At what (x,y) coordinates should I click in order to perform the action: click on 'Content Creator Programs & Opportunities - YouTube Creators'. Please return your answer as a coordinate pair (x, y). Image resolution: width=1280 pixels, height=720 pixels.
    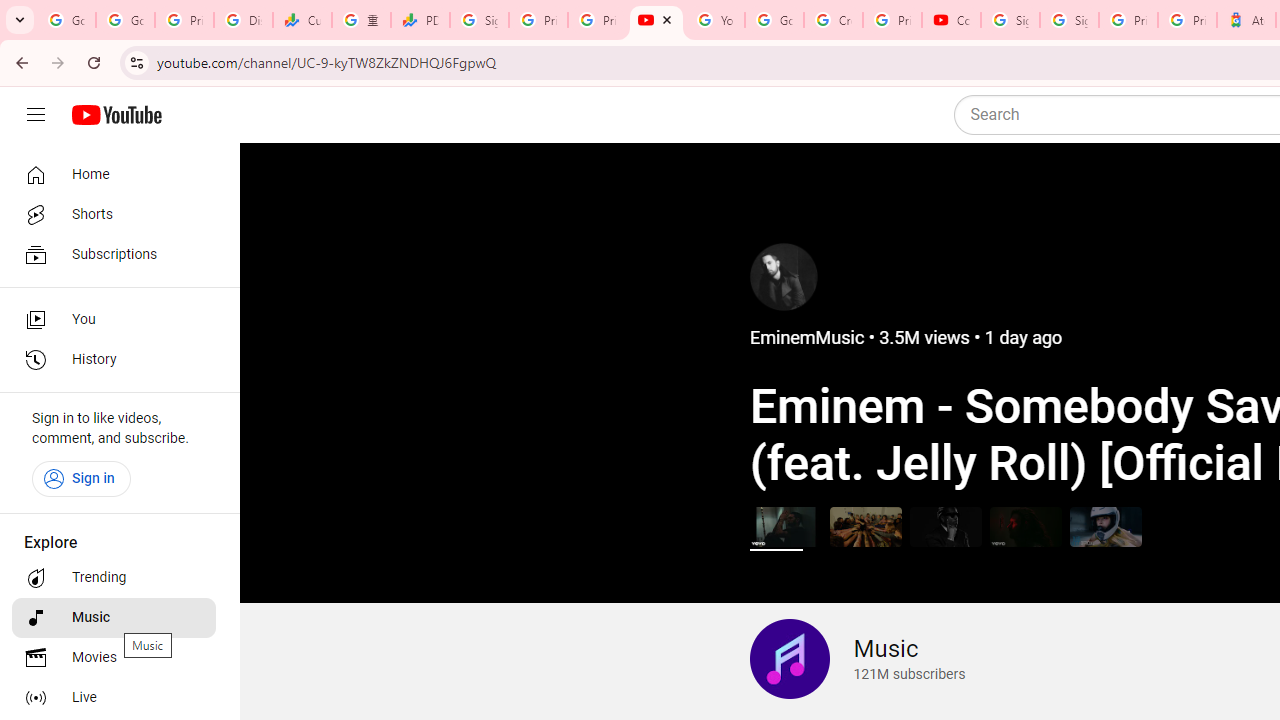
    Looking at the image, I should click on (950, 20).